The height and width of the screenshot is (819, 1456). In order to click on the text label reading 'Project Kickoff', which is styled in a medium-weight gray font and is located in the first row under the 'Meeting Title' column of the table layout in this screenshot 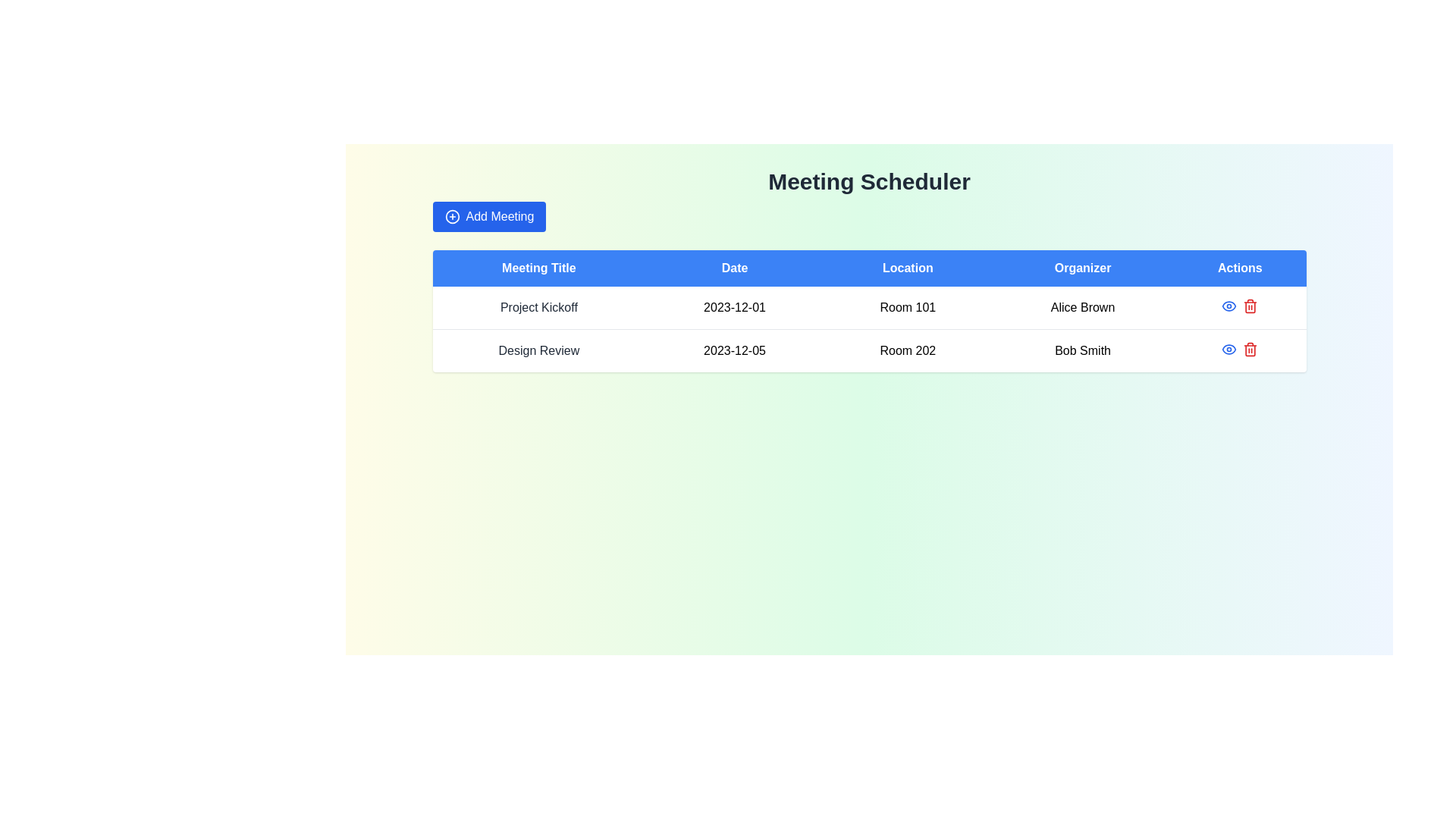, I will do `click(538, 307)`.